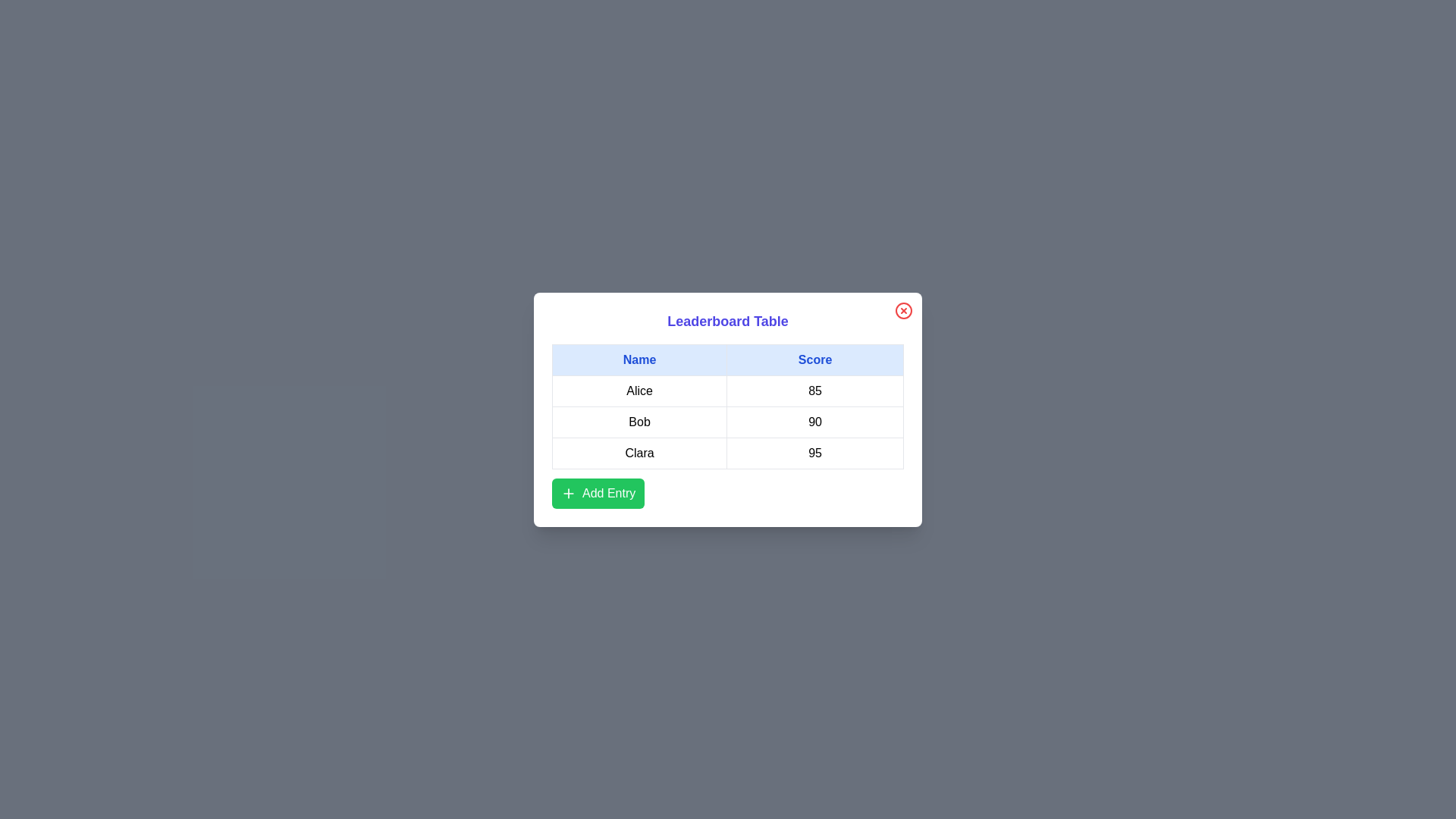 This screenshot has height=819, width=1456. Describe the element at coordinates (639, 452) in the screenshot. I see `the text in the cell containing Clara` at that location.